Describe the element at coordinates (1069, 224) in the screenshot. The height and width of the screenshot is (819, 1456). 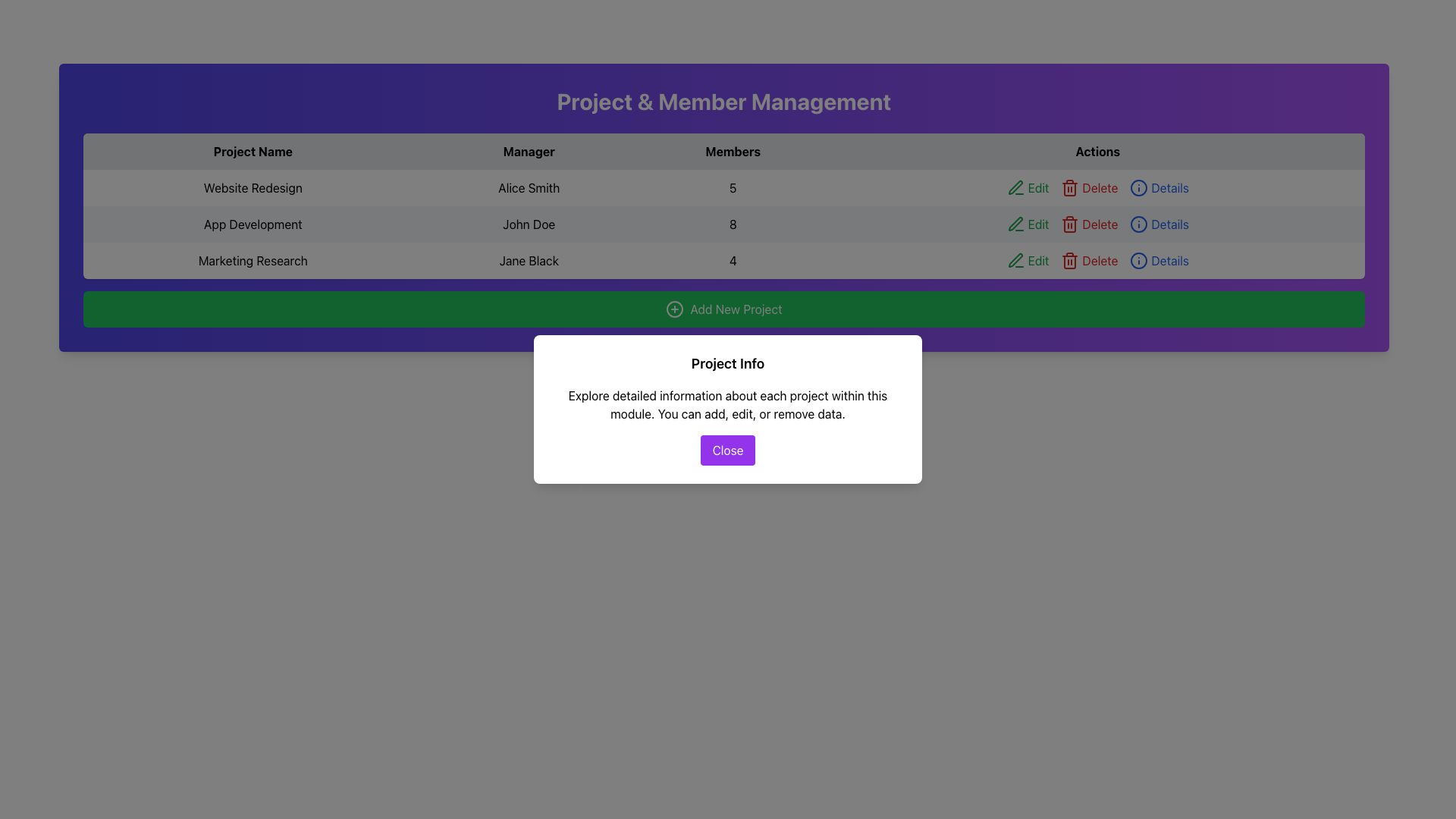
I see `the delete icon located in the 'Actions' column of the table row for the 'App Development' project entry` at that location.